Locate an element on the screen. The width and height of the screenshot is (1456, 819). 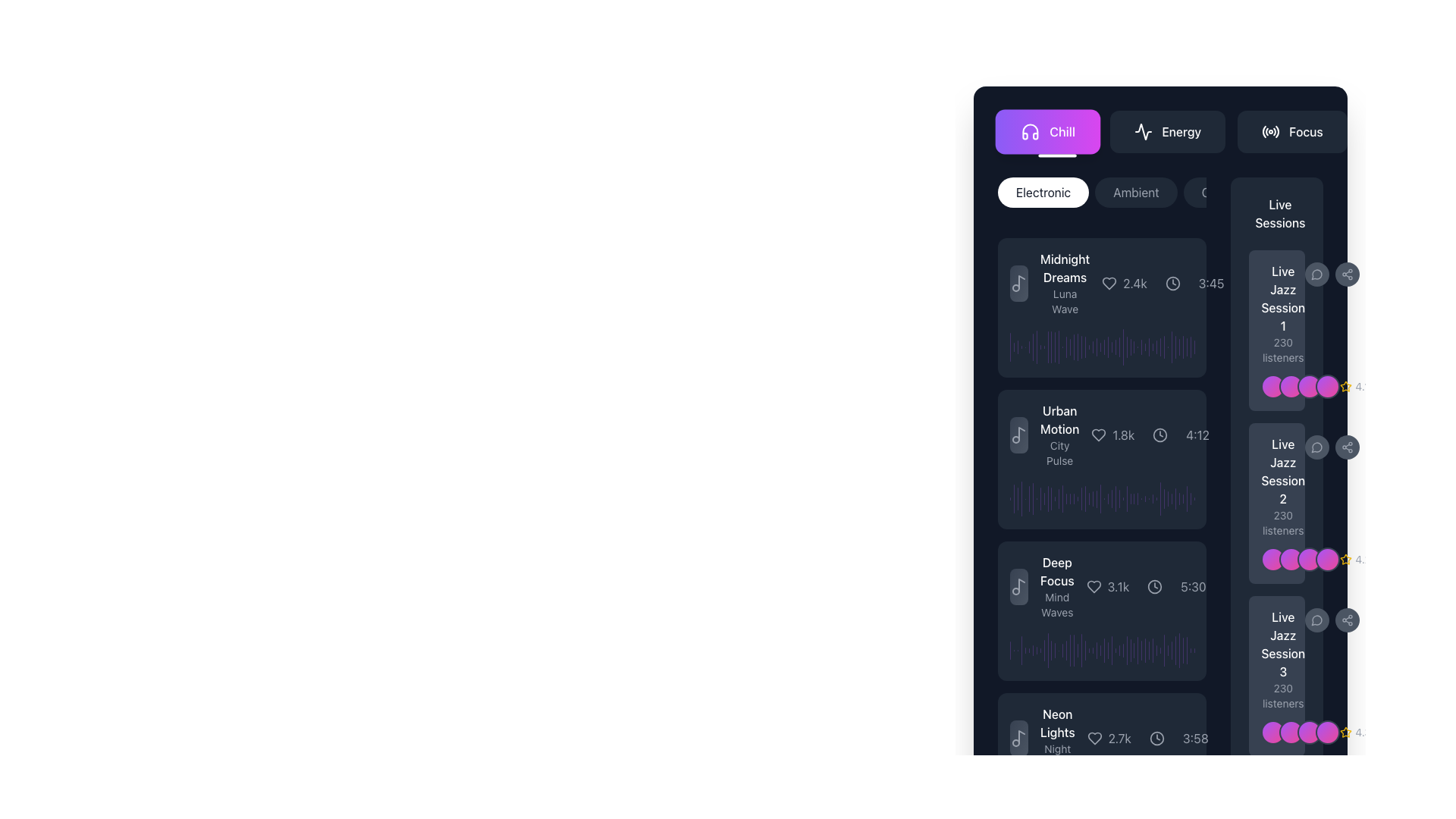
the third circular UI component in the row, which has a gradient fill from purple to pink and a thin gray border, located near the 'Live Jazz Session 2' label is located at coordinates (1309, 559).